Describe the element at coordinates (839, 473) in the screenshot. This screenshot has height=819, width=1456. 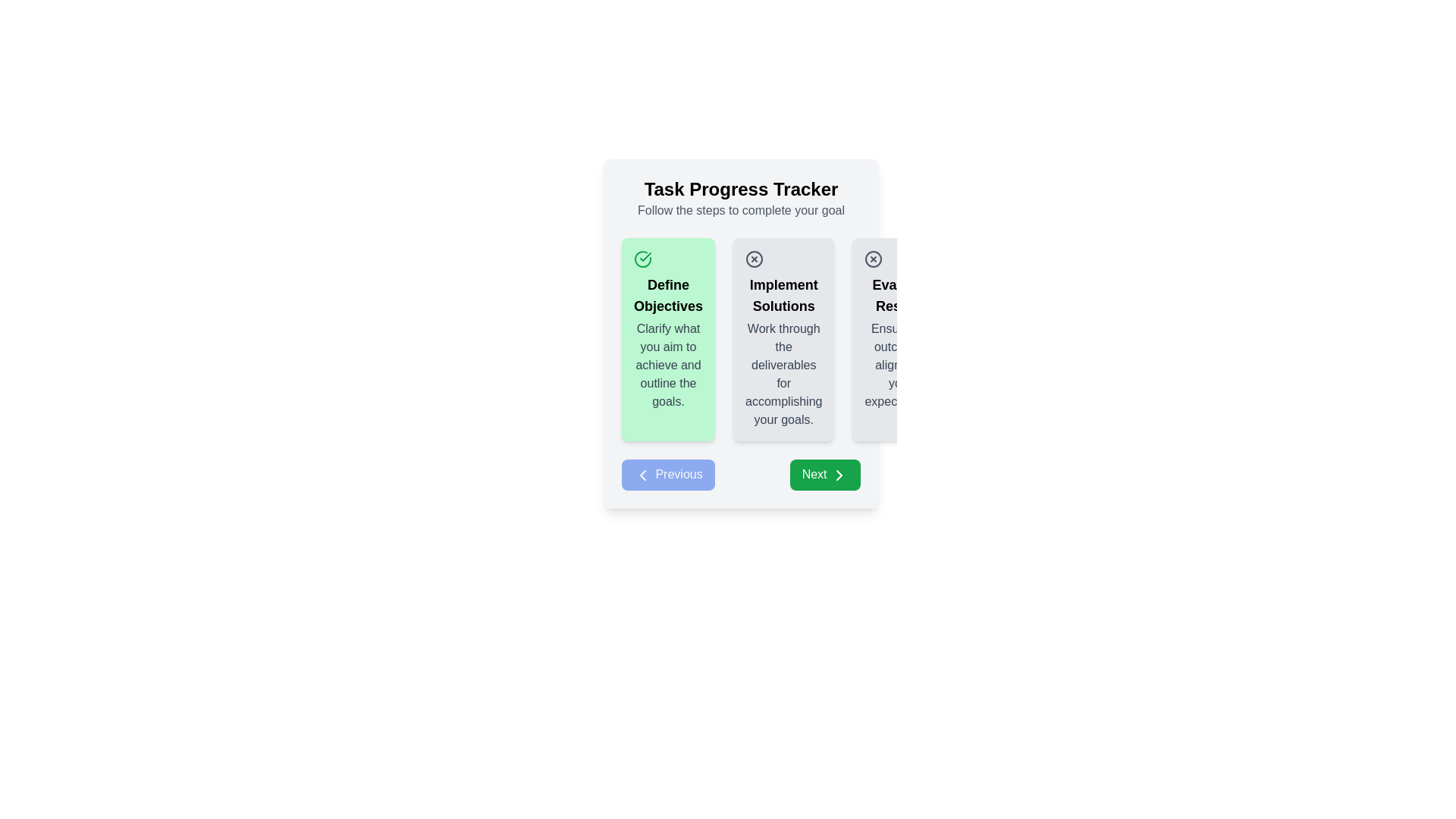
I see `the 'Next' button which contains a right-pointing chevron icon with a white stroke on a green background located at the bottom right corner of the interface` at that location.